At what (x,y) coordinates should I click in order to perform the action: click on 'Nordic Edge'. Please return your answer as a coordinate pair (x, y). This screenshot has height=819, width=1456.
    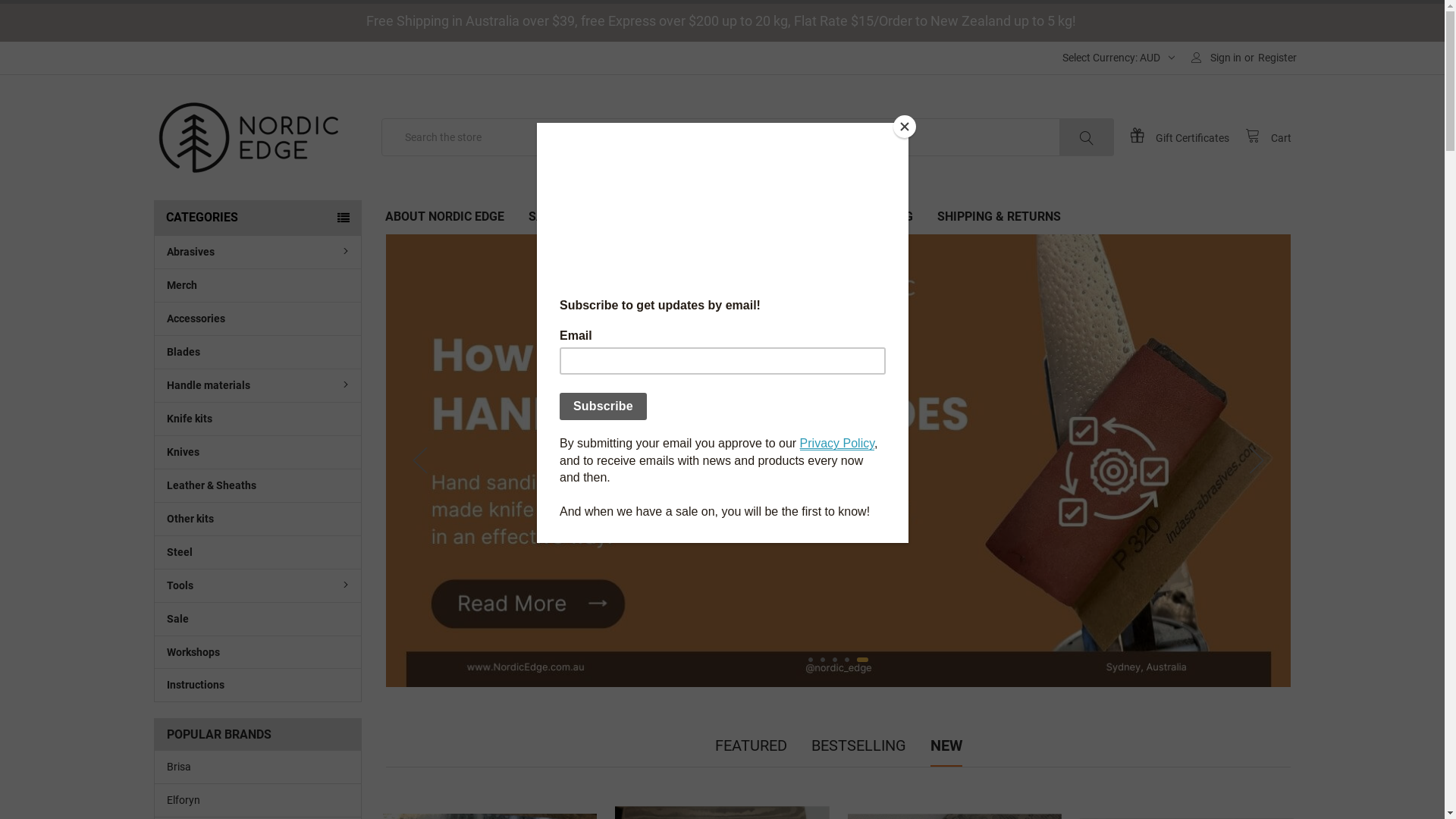
    Looking at the image, I should click on (247, 137).